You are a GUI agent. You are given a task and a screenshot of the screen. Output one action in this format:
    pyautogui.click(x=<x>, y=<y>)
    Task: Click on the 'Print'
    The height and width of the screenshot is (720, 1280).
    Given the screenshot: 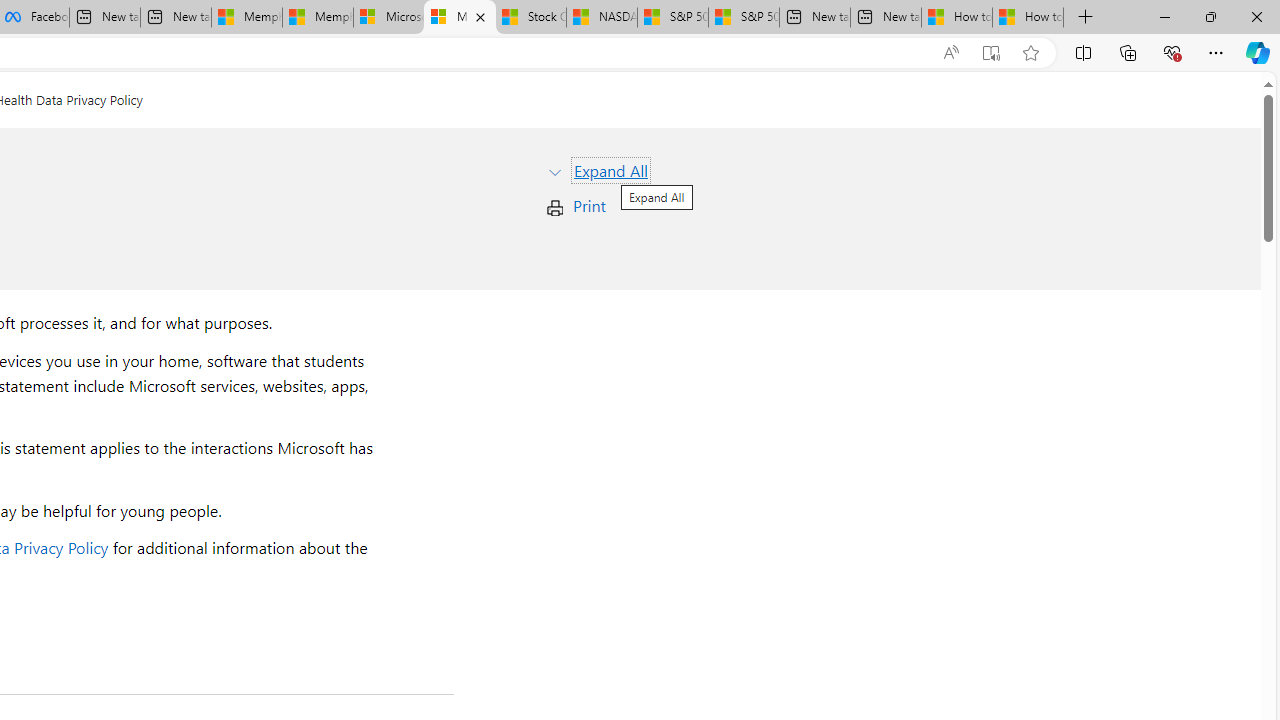 What is the action you would take?
    pyautogui.click(x=588, y=205)
    